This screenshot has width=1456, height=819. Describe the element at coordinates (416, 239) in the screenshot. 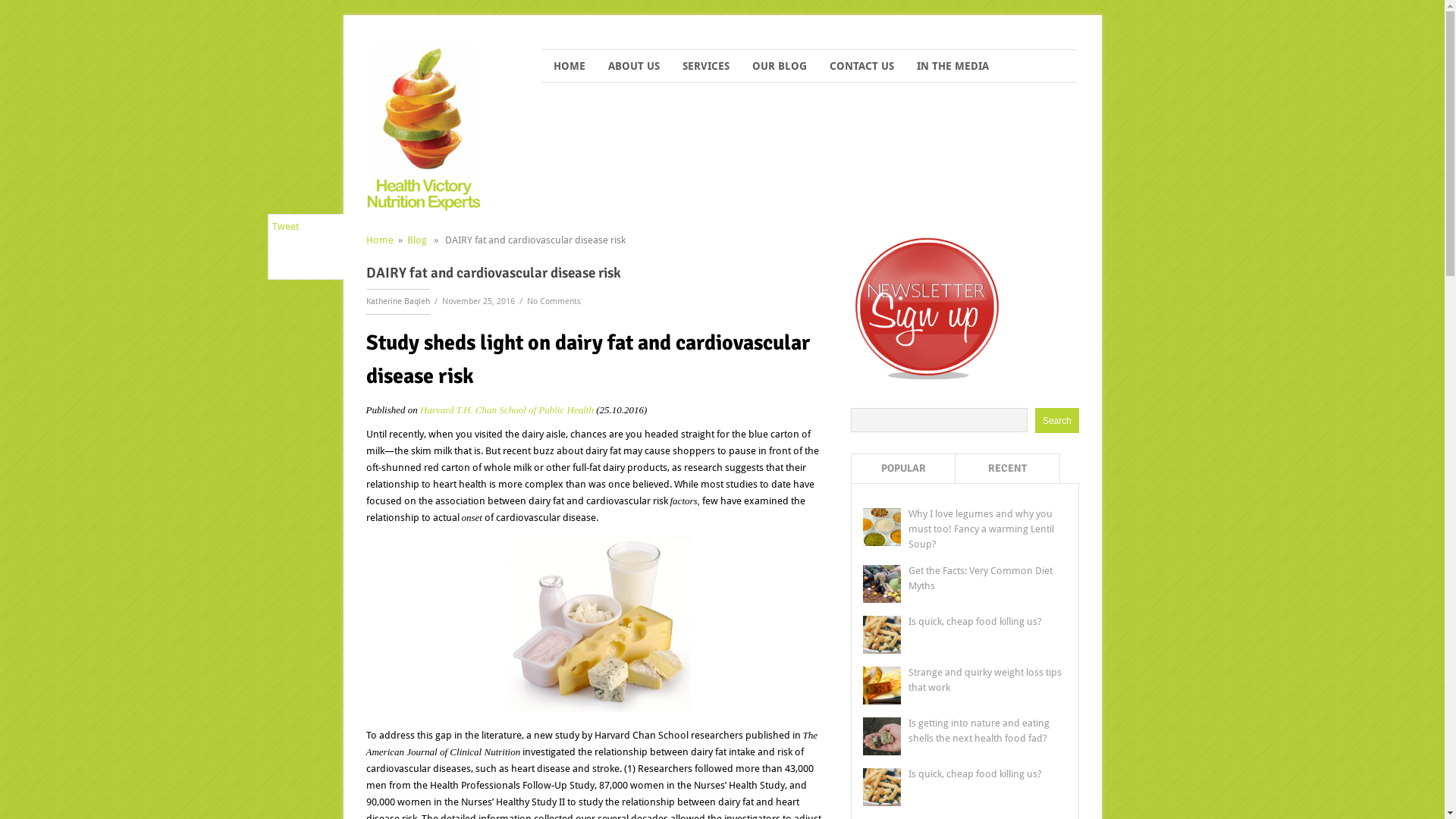

I see `'Blog'` at that location.